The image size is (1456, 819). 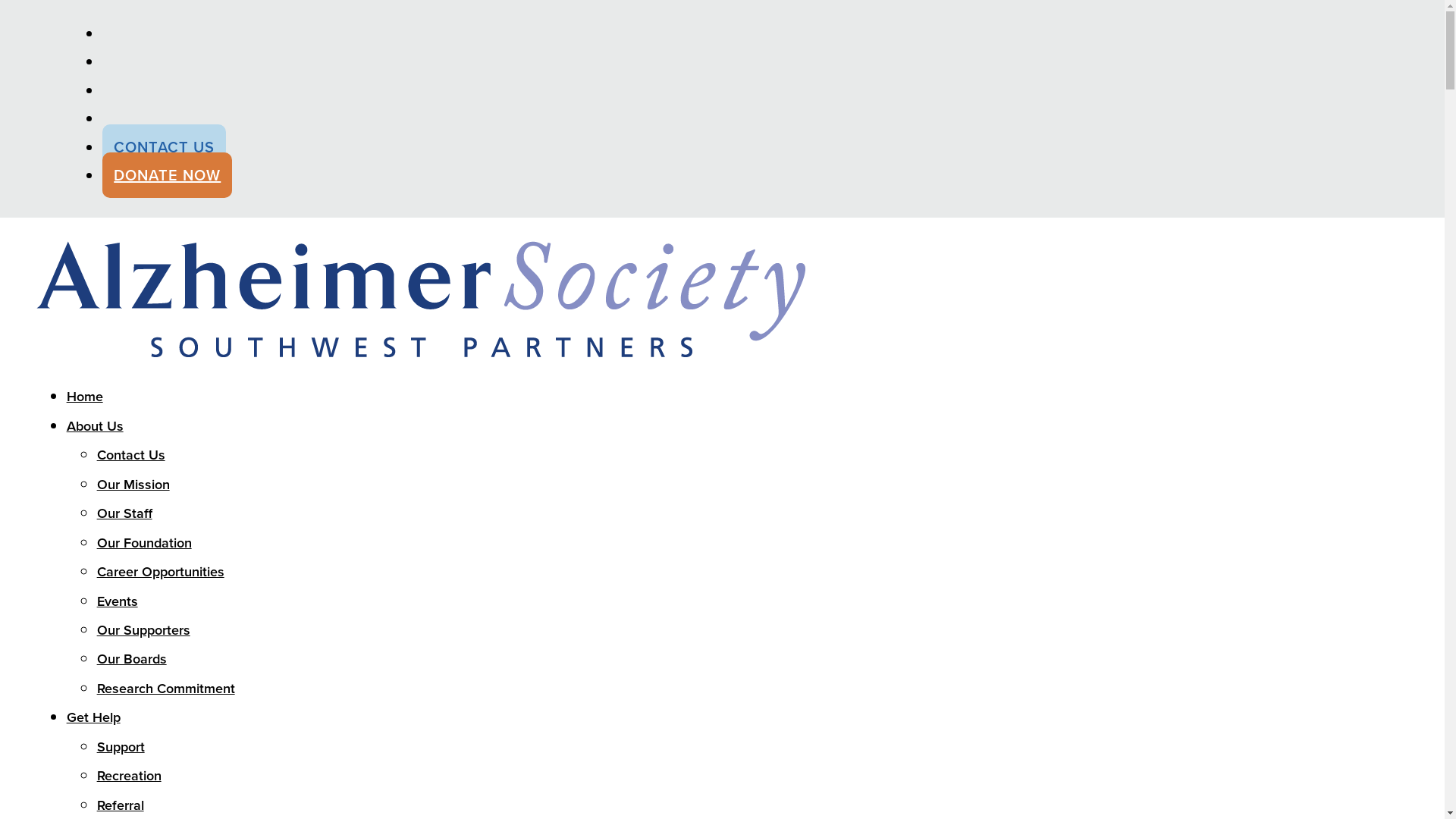 I want to click on 'Our Supporters', so click(x=143, y=629).